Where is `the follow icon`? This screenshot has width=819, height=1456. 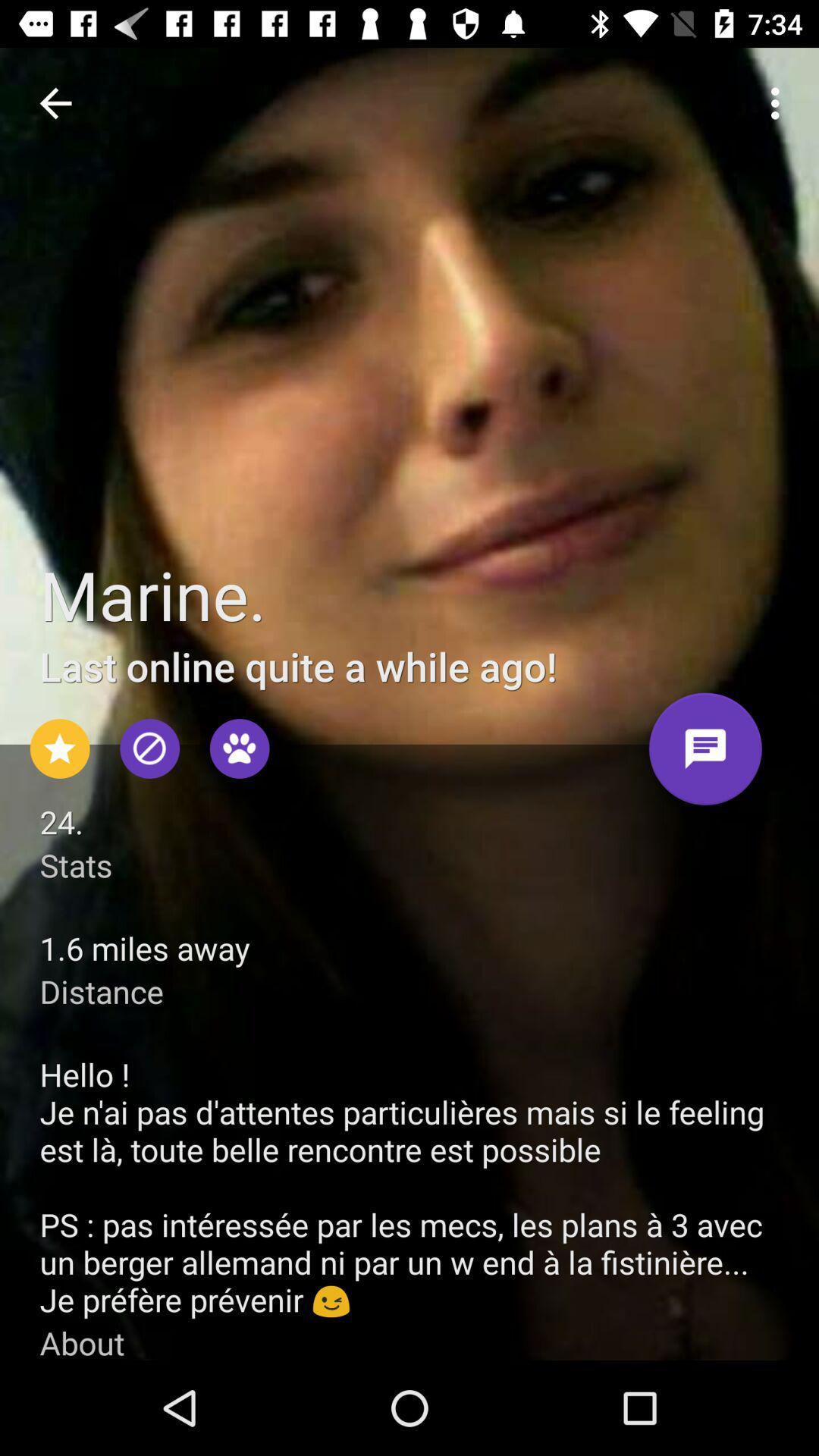 the follow icon is located at coordinates (239, 748).